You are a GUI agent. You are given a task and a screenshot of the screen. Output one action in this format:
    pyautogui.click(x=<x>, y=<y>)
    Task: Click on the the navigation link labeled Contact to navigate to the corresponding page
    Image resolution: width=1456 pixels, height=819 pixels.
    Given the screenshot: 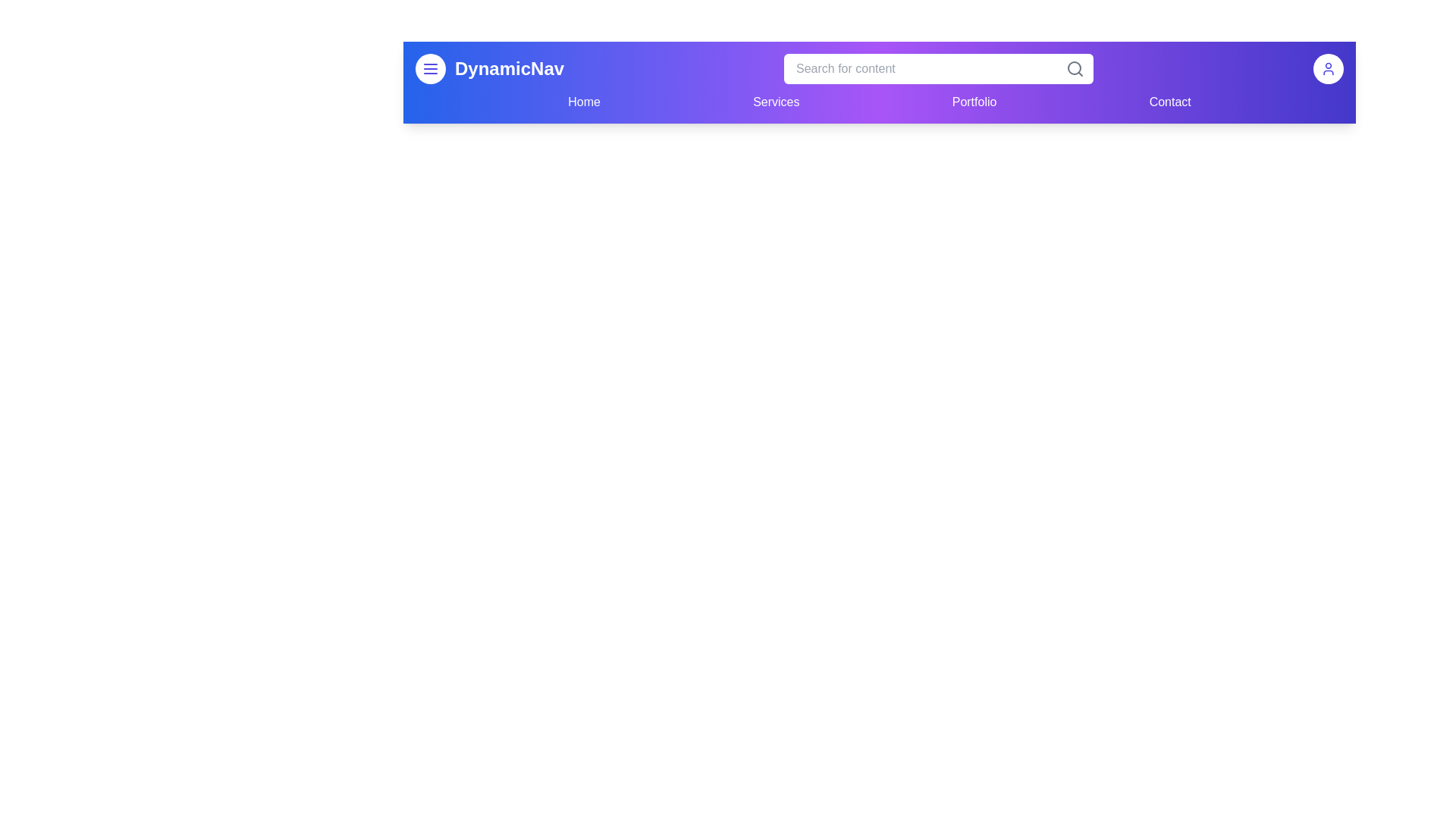 What is the action you would take?
    pyautogui.click(x=1169, y=102)
    